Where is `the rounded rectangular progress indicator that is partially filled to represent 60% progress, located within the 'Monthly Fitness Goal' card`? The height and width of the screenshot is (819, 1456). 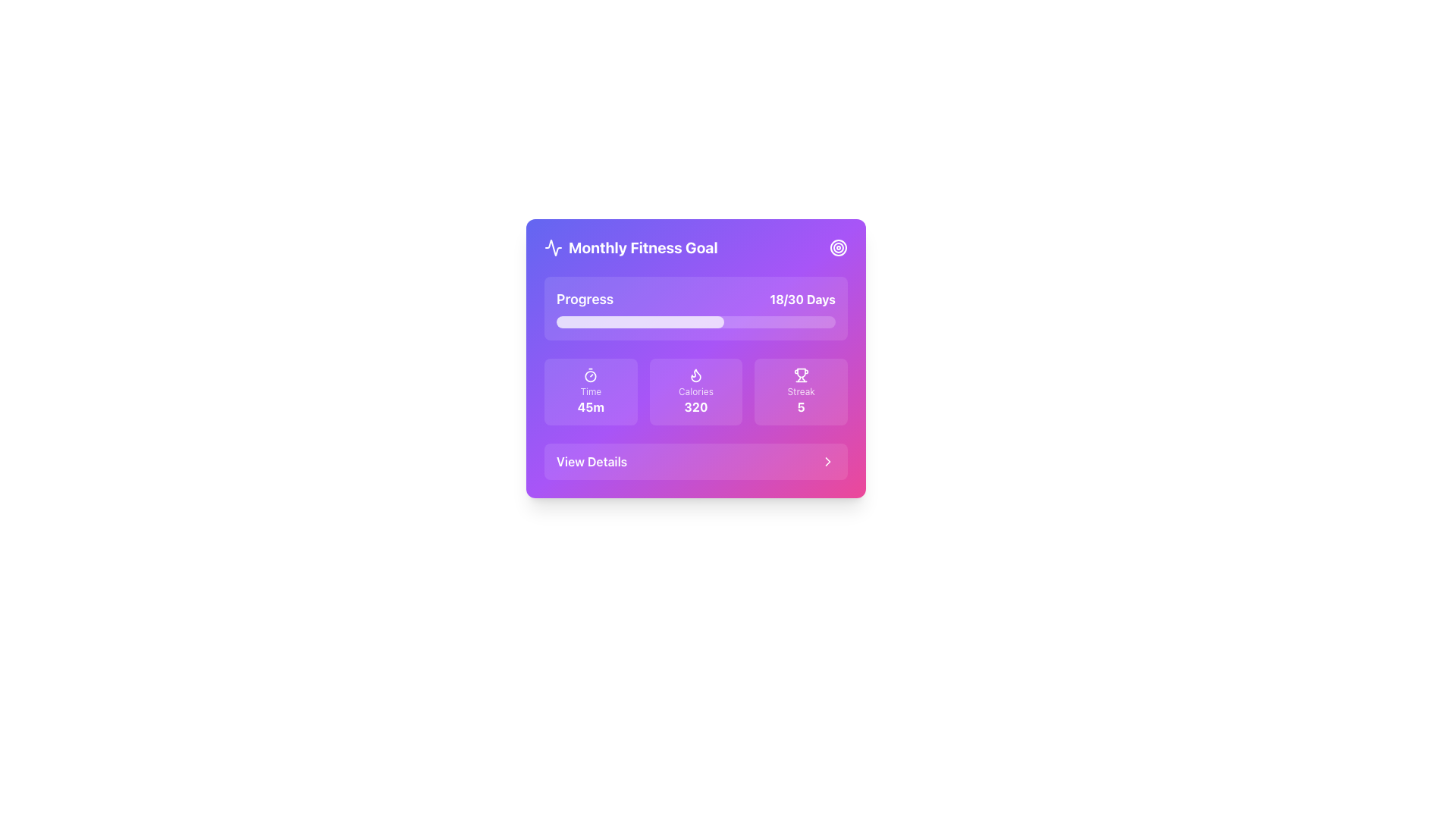 the rounded rectangular progress indicator that is partially filled to represent 60% progress, located within the 'Monthly Fitness Goal' card is located at coordinates (640, 321).